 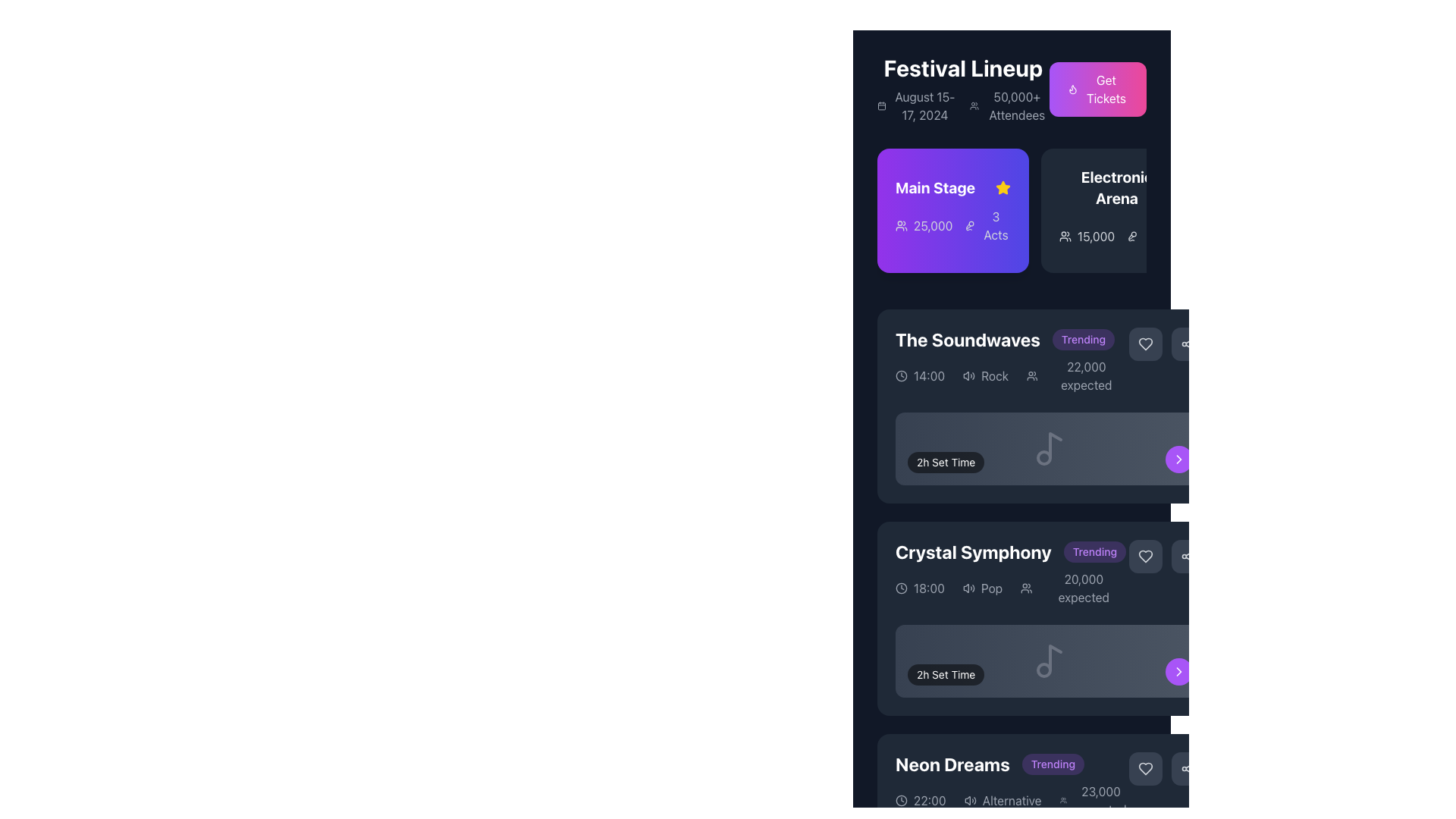 What do you see at coordinates (973, 552) in the screenshot?
I see `the text label displaying 'Crystal Symphony' in bold white letters, which changes color to purple on hover, positioned in the middle right section of the display` at bounding box center [973, 552].